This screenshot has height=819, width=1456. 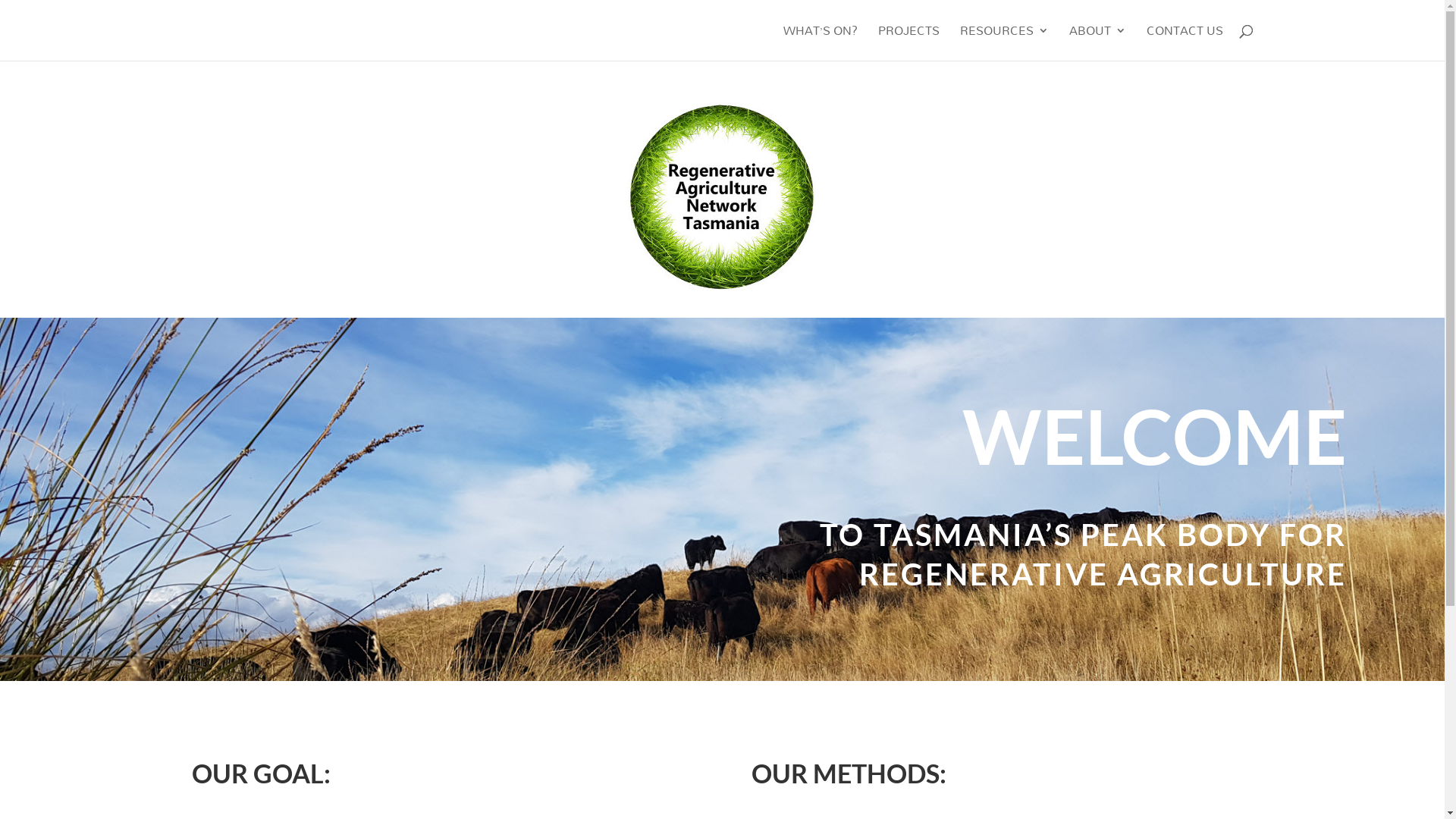 I want to click on 'PROJECTS', so click(x=908, y=42).